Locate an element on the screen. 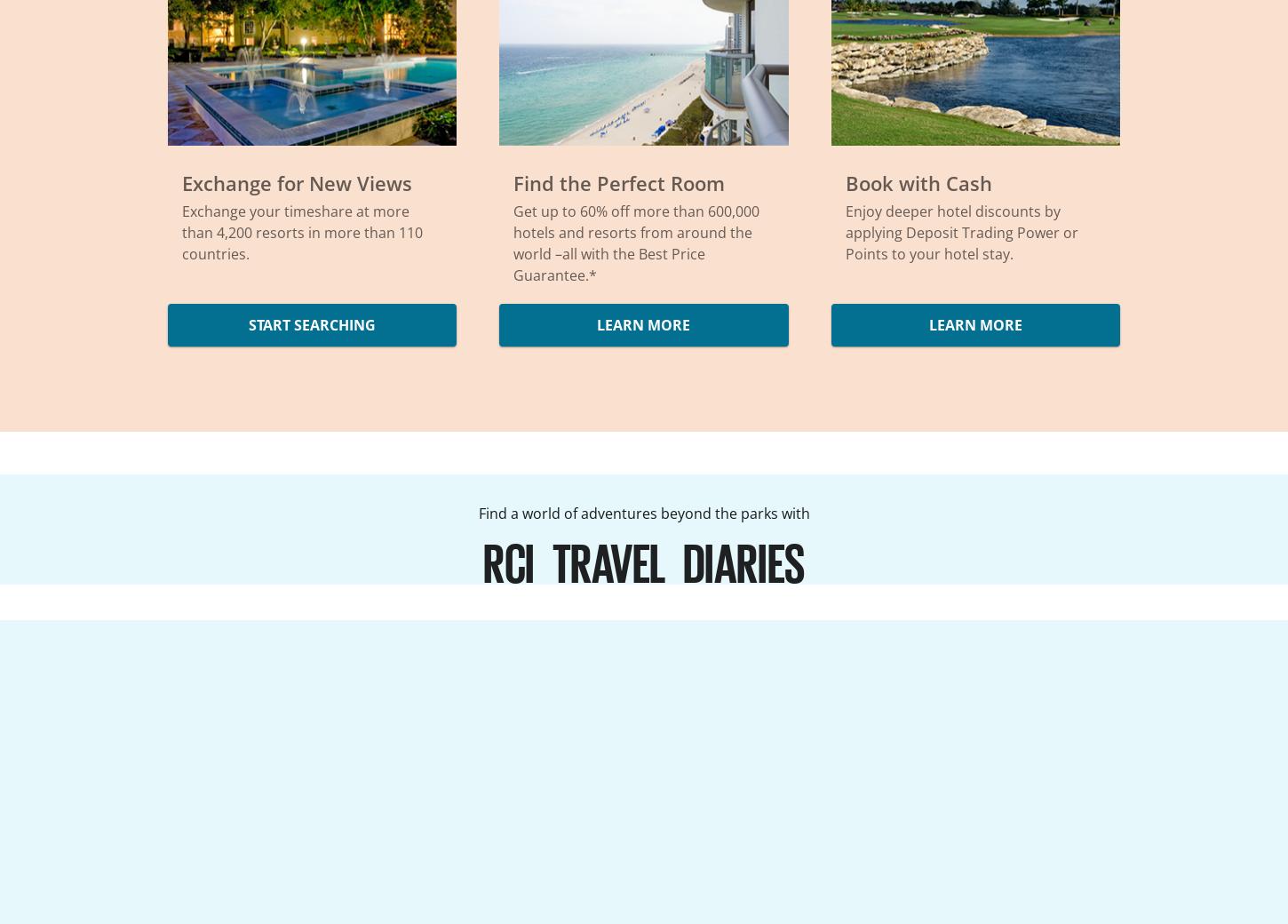 This screenshot has width=1288, height=924. 'Enjoy deeper hotel discounts by applying Deposit Trading Power or Points to your hotel stay.' is located at coordinates (960, 231).